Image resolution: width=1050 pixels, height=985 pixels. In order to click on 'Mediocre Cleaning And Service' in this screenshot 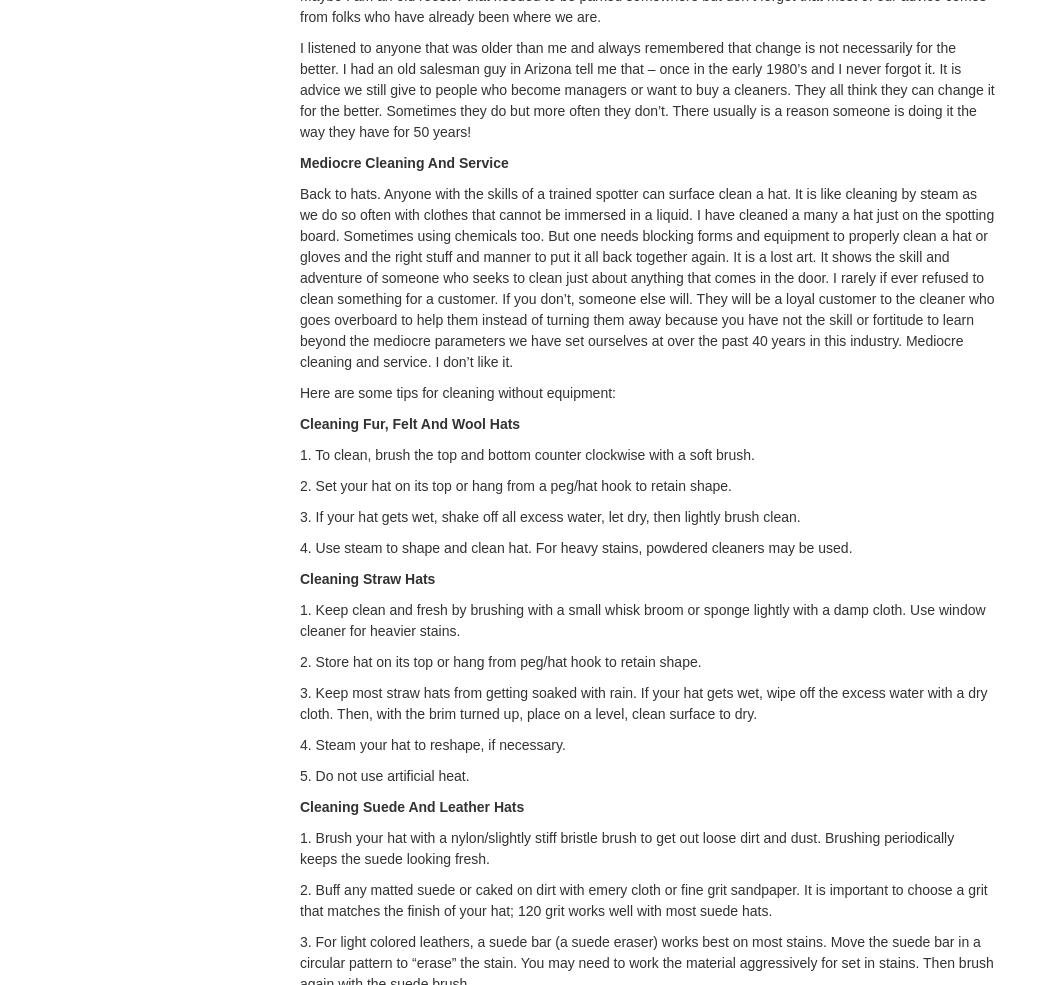, I will do `click(298, 163)`.